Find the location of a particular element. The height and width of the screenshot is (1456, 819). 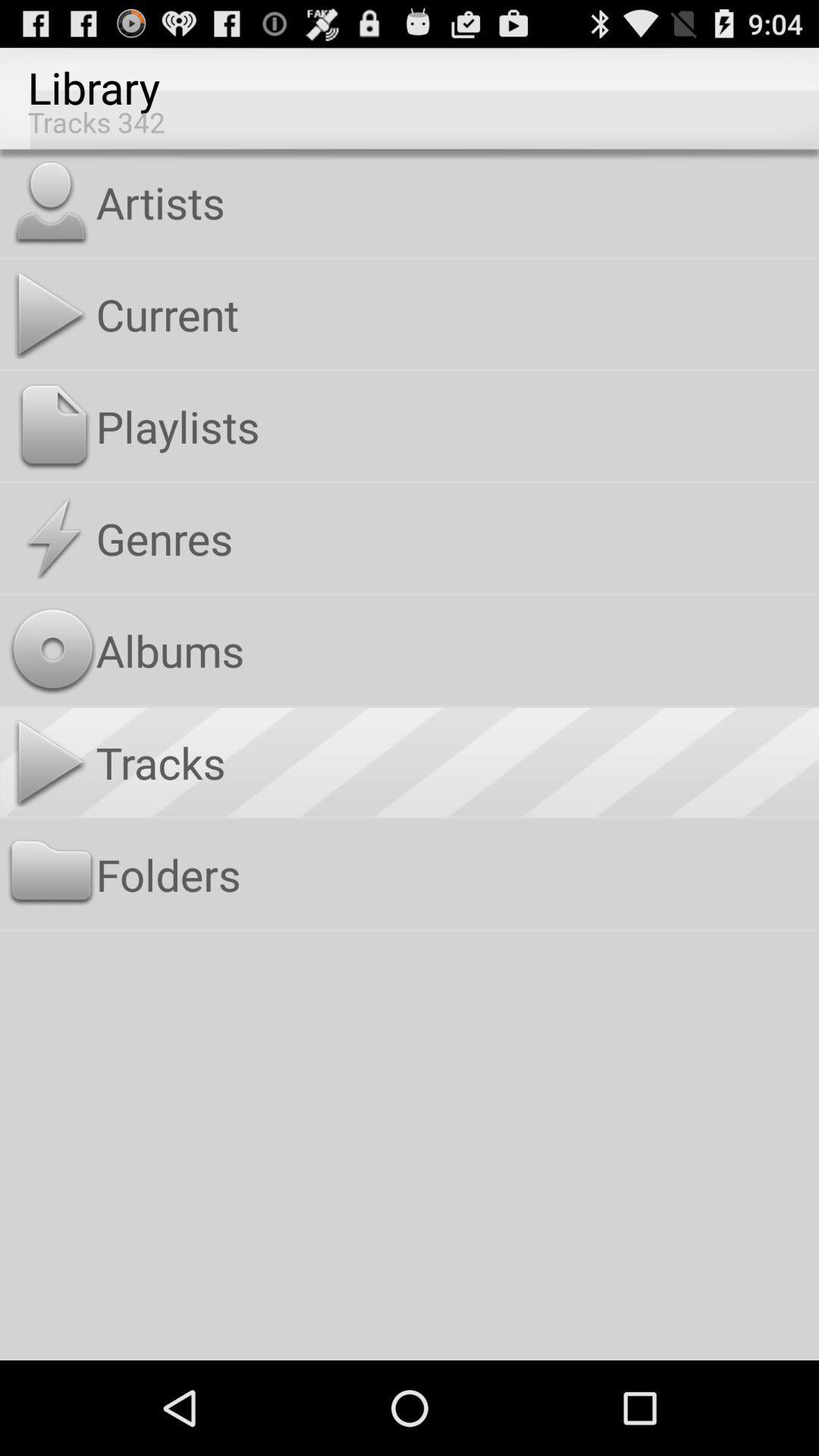

the albums app is located at coordinates (453, 650).